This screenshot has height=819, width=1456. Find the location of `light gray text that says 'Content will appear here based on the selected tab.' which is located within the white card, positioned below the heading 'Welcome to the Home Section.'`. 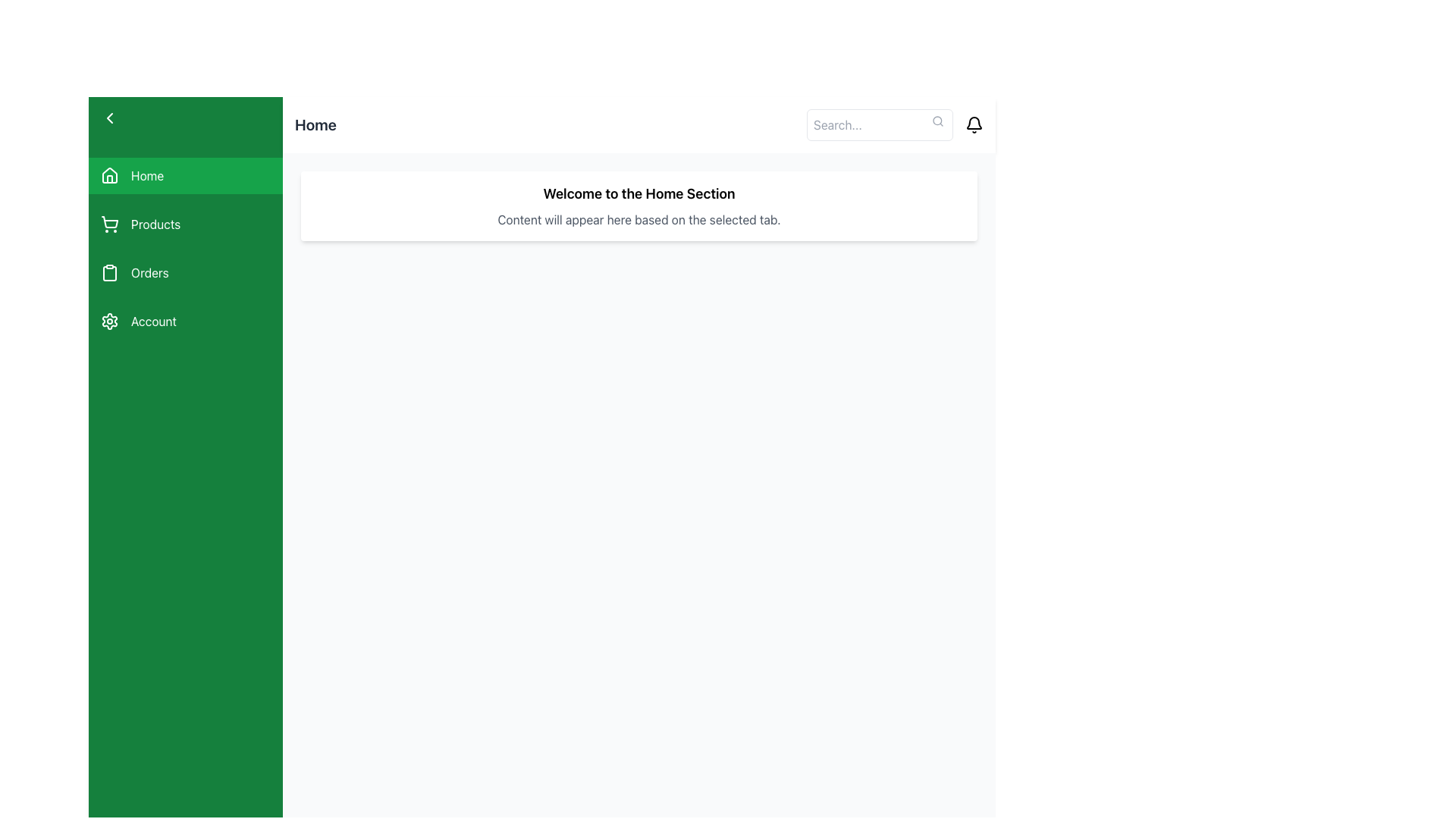

light gray text that says 'Content will appear here based on the selected tab.' which is located within the white card, positioned below the heading 'Welcome to the Home Section.' is located at coordinates (639, 219).